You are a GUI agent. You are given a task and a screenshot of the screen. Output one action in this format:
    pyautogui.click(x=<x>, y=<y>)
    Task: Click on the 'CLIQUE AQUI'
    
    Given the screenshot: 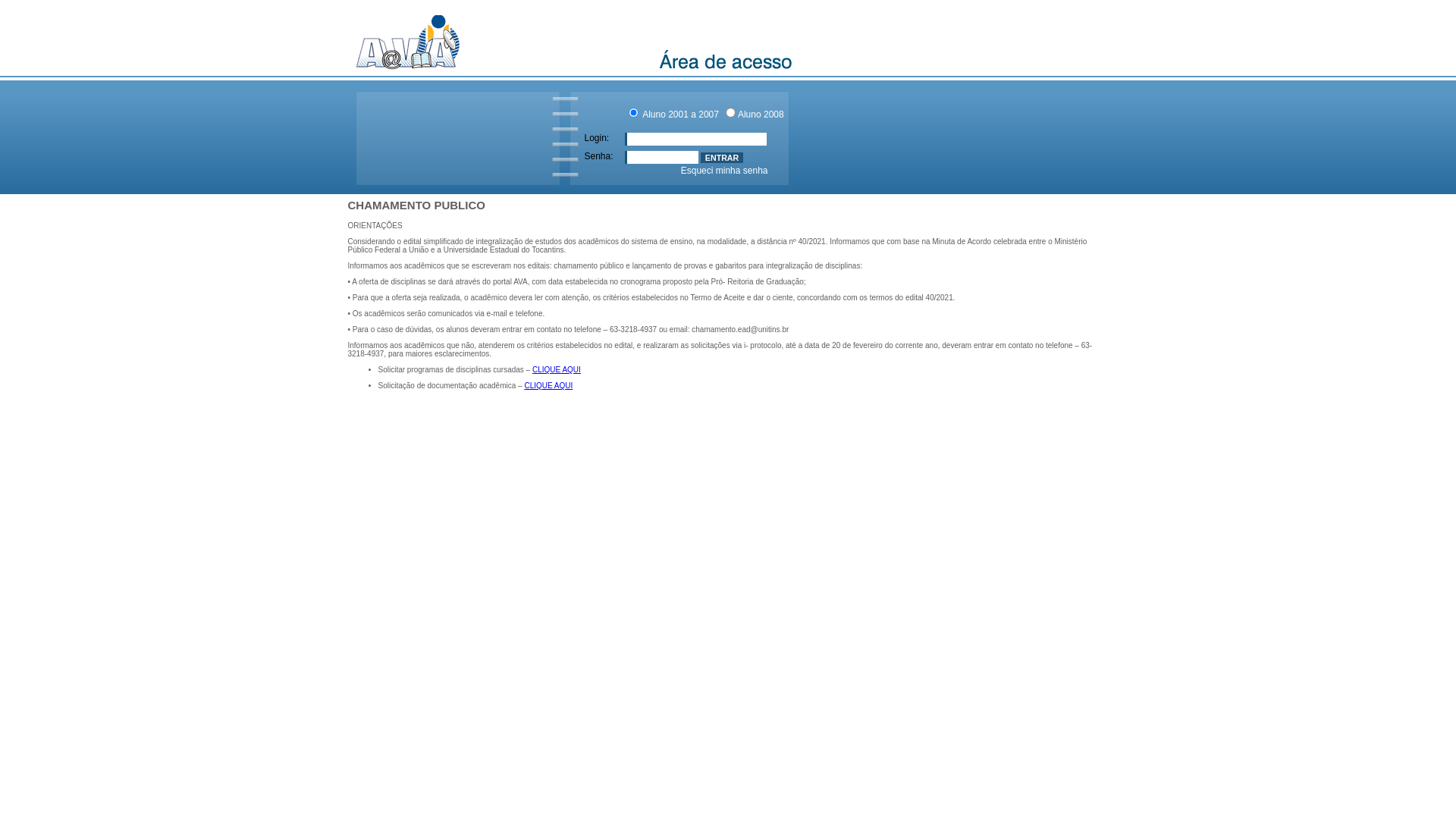 What is the action you would take?
    pyautogui.click(x=556, y=369)
    